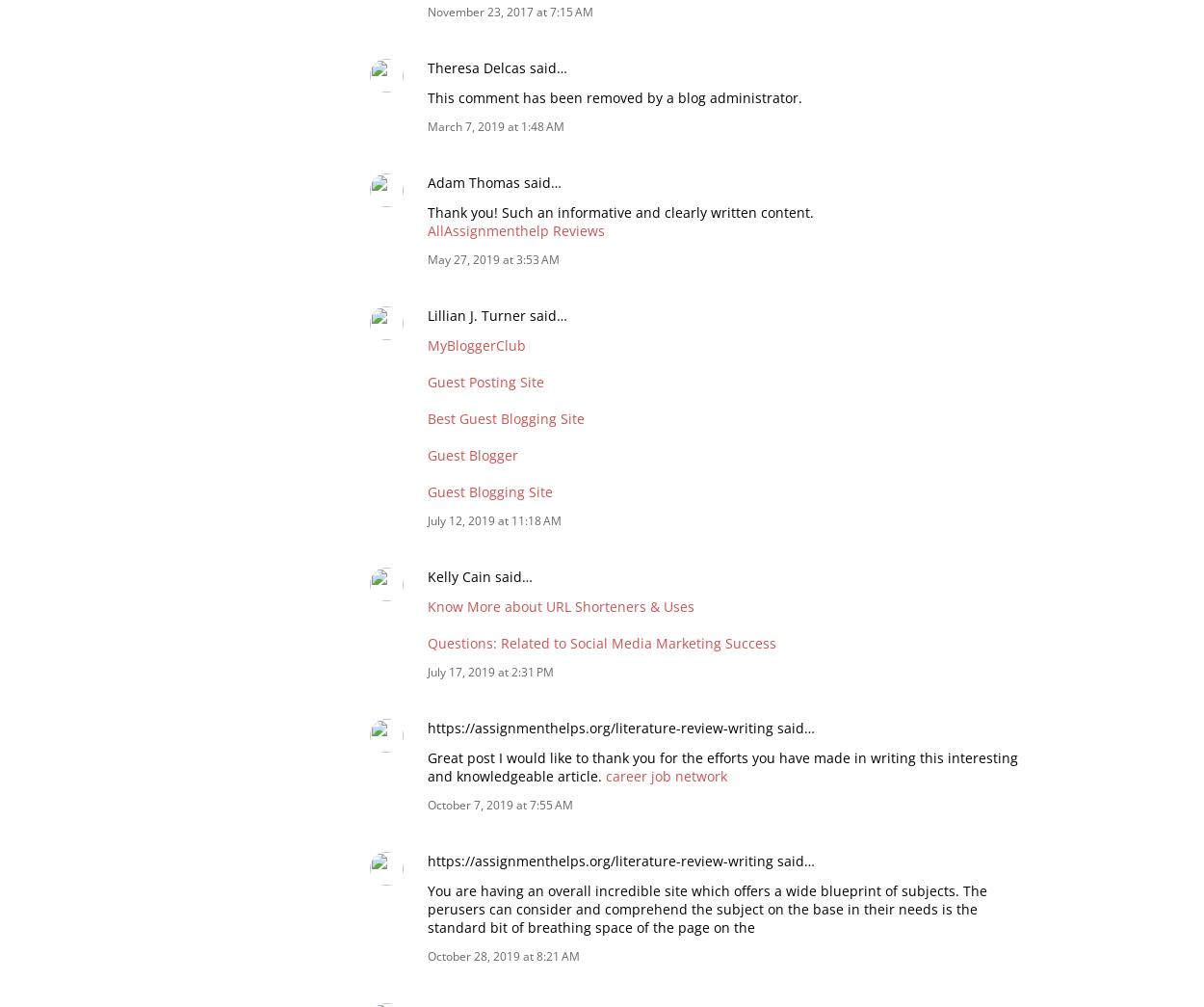  I want to click on 'Adam Thomas', so click(473, 181).